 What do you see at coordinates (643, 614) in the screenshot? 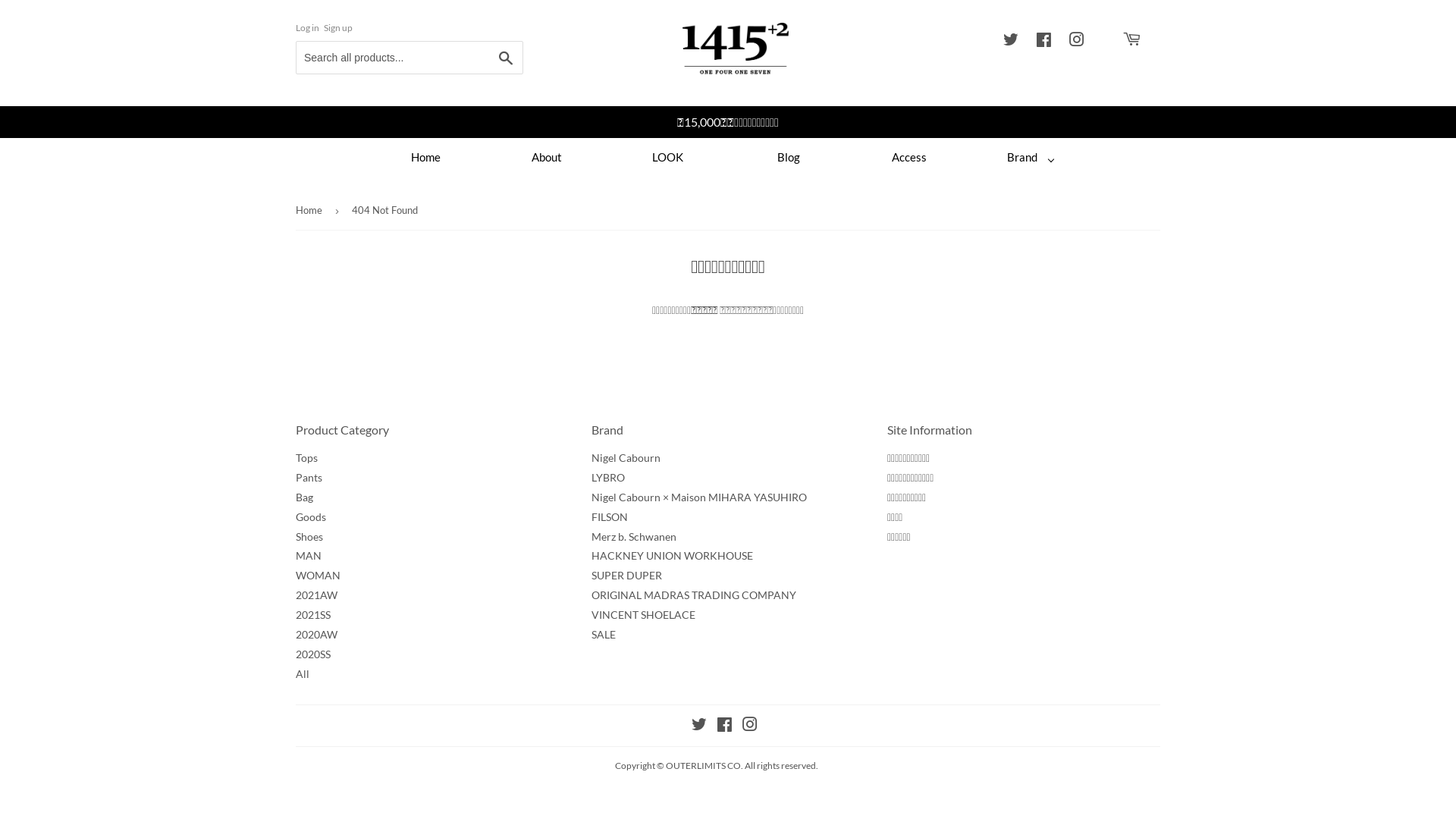
I see `'VINCENT SHOELACE'` at bounding box center [643, 614].